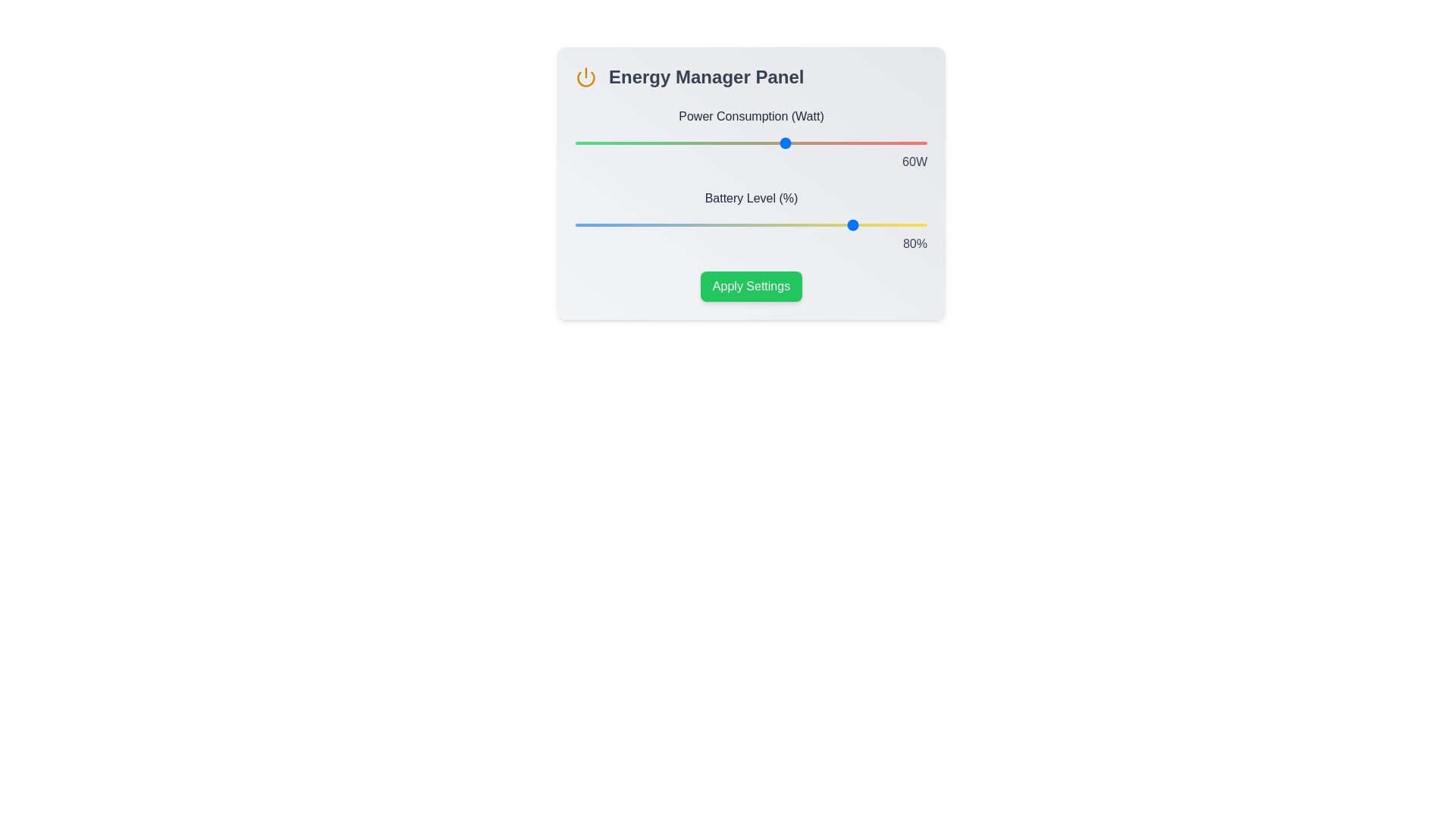 The image size is (1456, 819). I want to click on the power consumption slider to 30 percent, so click(680, 143).